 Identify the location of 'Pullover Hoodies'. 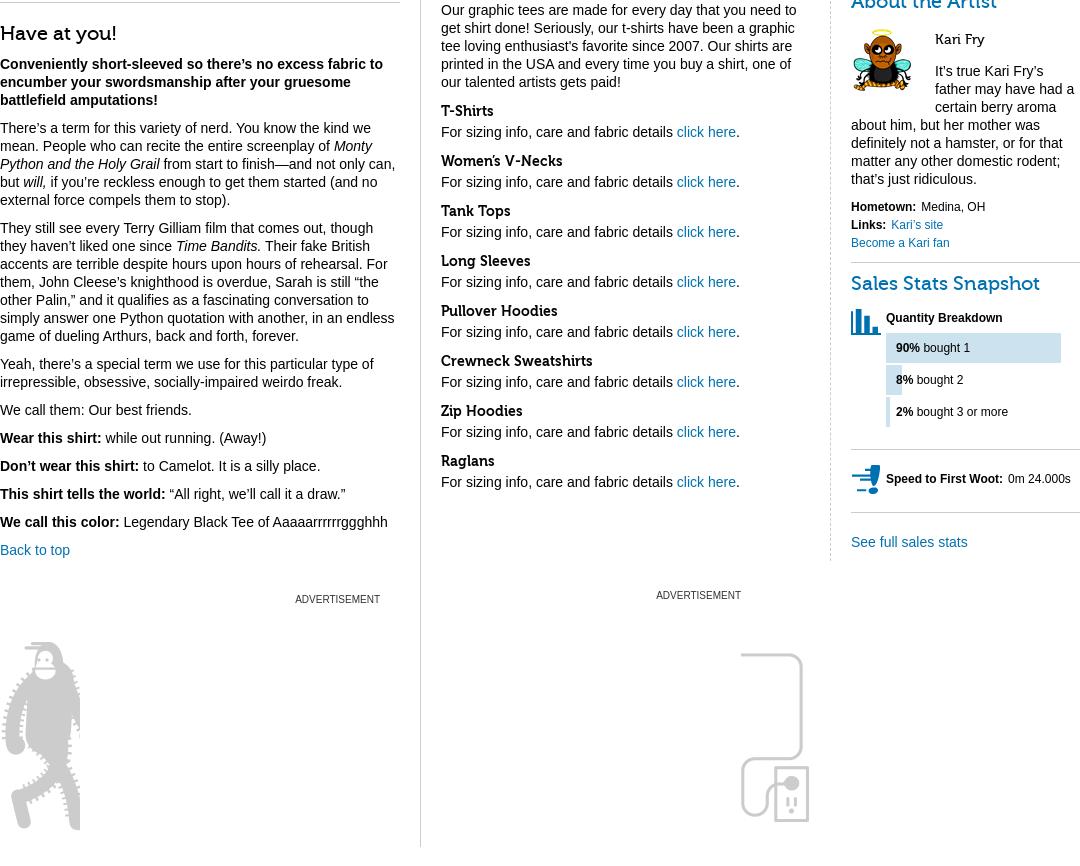
(498, 310).